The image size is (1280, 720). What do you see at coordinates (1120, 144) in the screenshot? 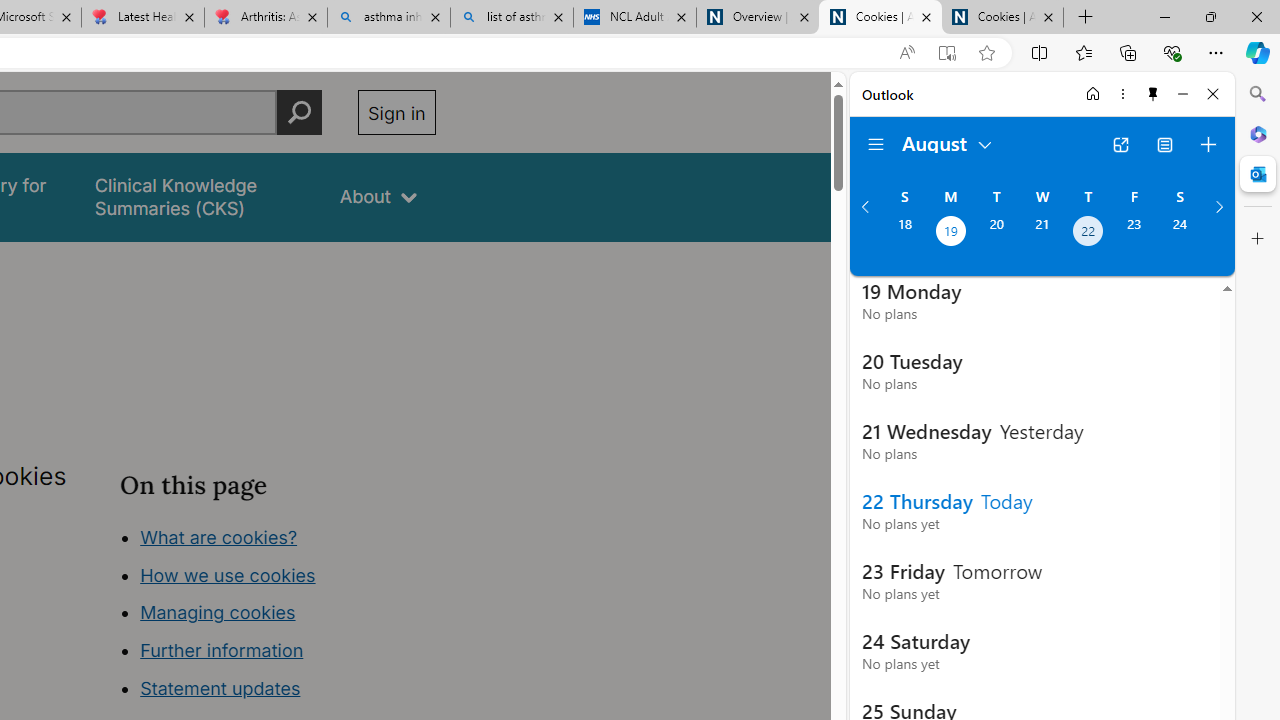
I see `'Open in new tab'` at bounding box center [1120, 144].